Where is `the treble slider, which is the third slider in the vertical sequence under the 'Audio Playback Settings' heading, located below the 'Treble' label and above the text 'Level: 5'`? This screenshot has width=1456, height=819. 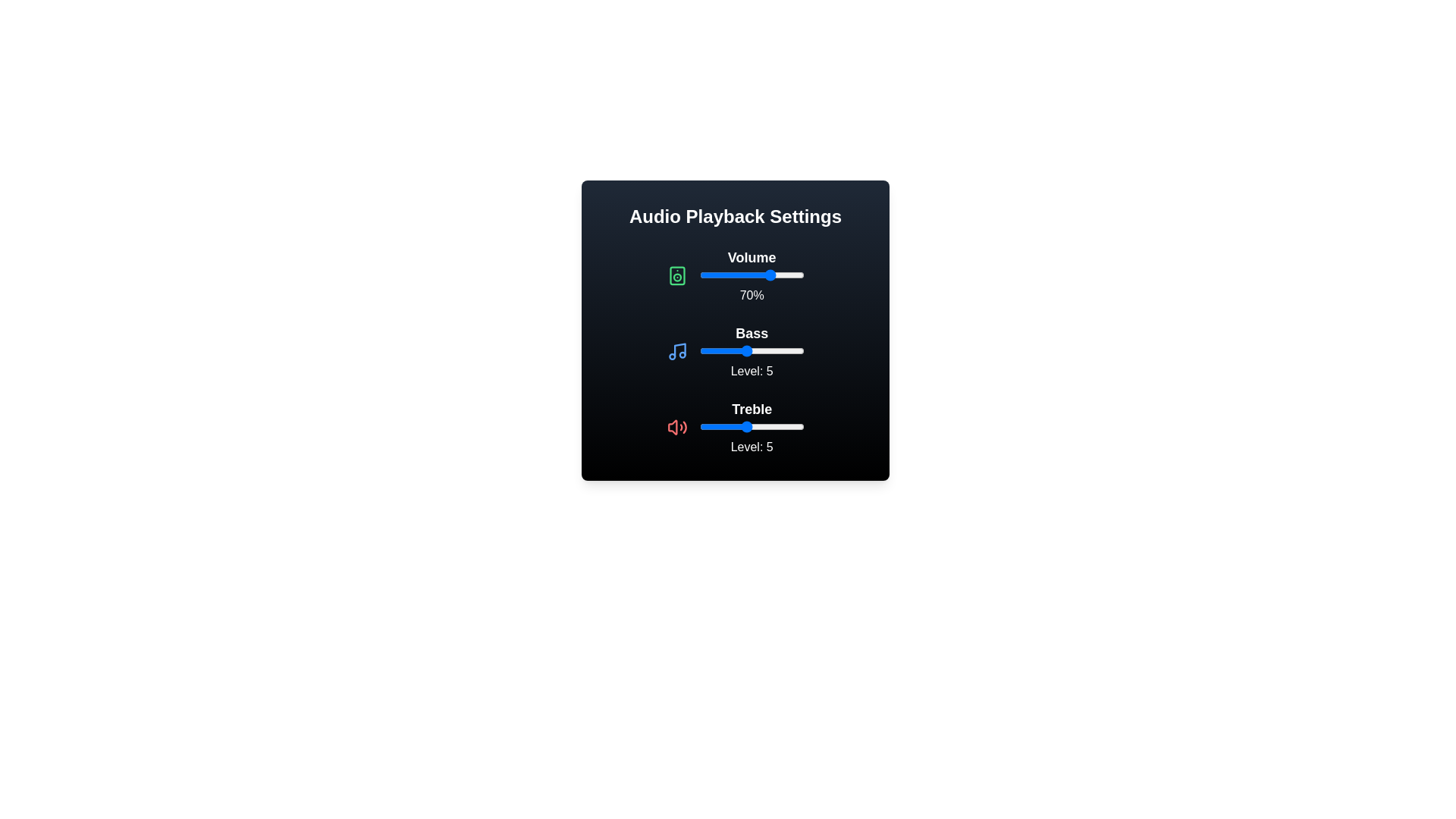
the treble slider, which is the third slider in the vertical sequence under the 'Audio Playback Settings' heading, located below the 'Treble' label and above the text 'Level: 5' is located at coordinates (752, 427).